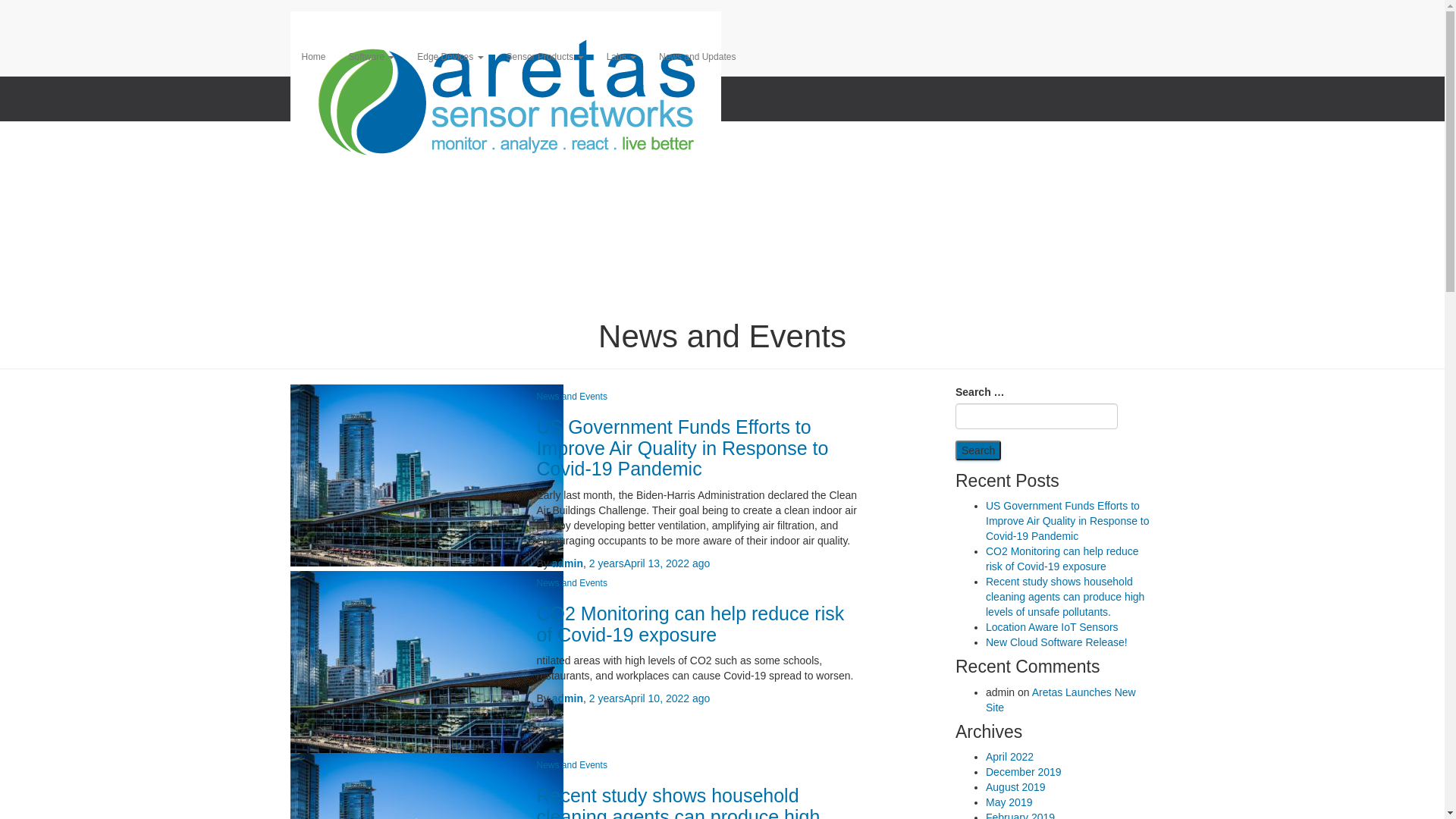 This screenshot has height=819, width=1456. What do you see at coordinates (986, 642) in the screenshot?
I see `'New Cloud Software Release!'` at bounding box center [986, 642].